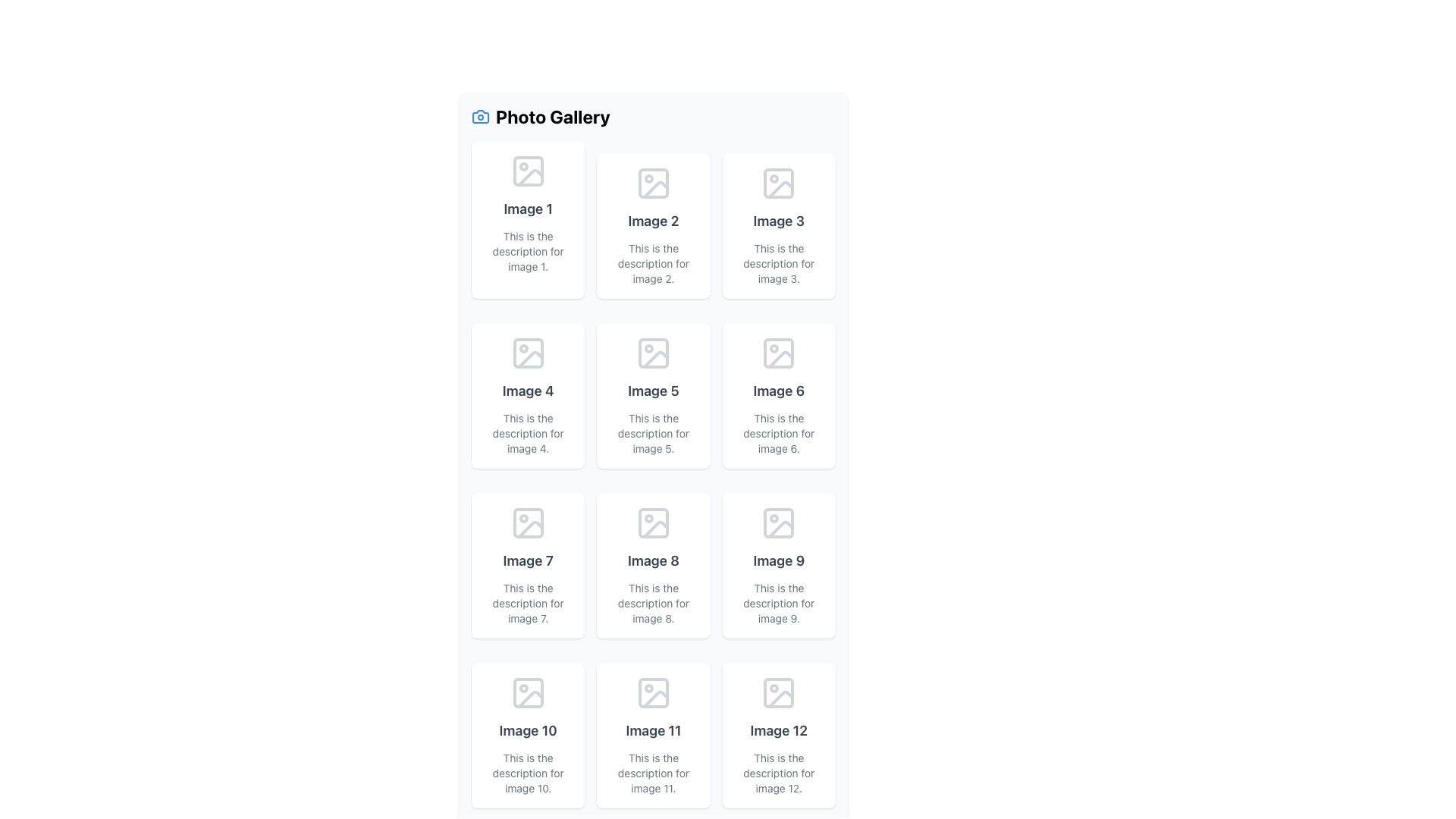 The height and width of the screenshot is (819, 1456). Describe the element at coordinates (528, 730) in the screenshot. I see `the text label 'Image 10', which is styled in large, bold, dark gray font, located in the fourth row and first column of the photo gallery` at that location.